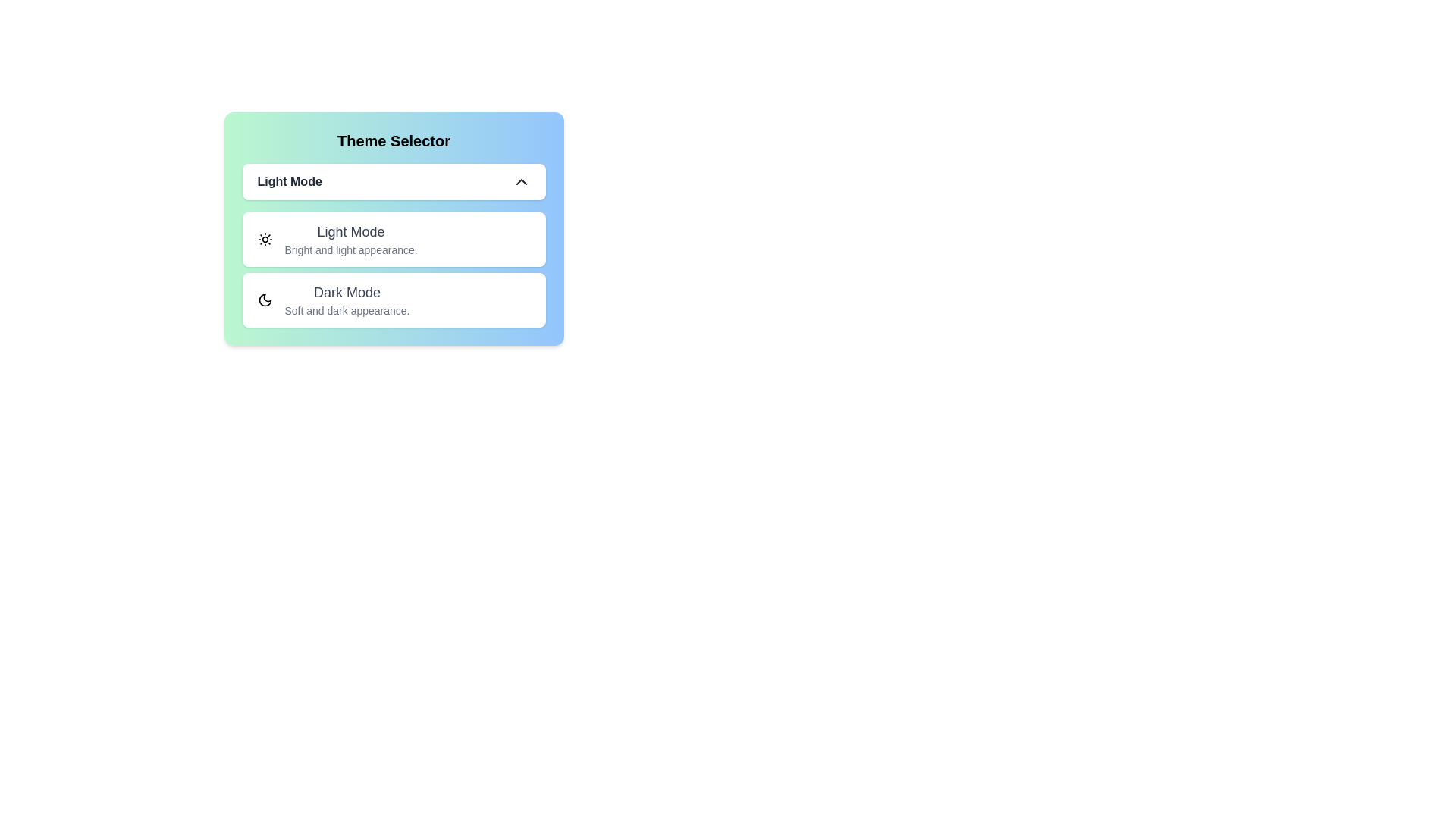 The width and height of the screenshot is (1456, 819). Describe the element at coordinates (394, 300) in the screenshot. I see `the theme Dark Mode by clicking on its respective option in the list` at that location.